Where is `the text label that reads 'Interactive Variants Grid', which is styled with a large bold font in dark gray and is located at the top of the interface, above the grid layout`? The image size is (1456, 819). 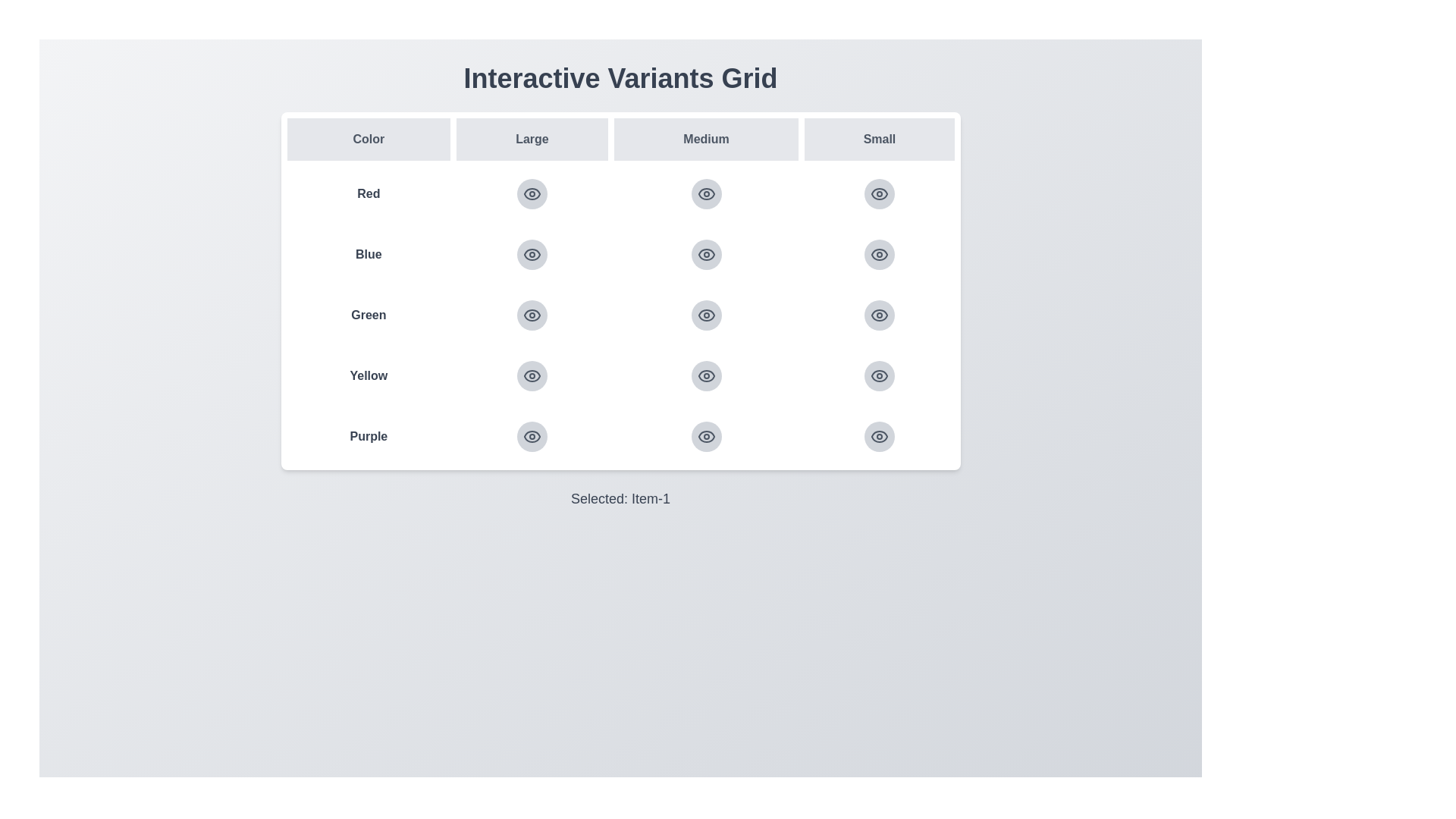 the text label that reads 'Interactive Variants Grid', which is styled with a large bold font in dark gray and is located at the top of the interface, above the grid layout is located at coordinates (620, 79).